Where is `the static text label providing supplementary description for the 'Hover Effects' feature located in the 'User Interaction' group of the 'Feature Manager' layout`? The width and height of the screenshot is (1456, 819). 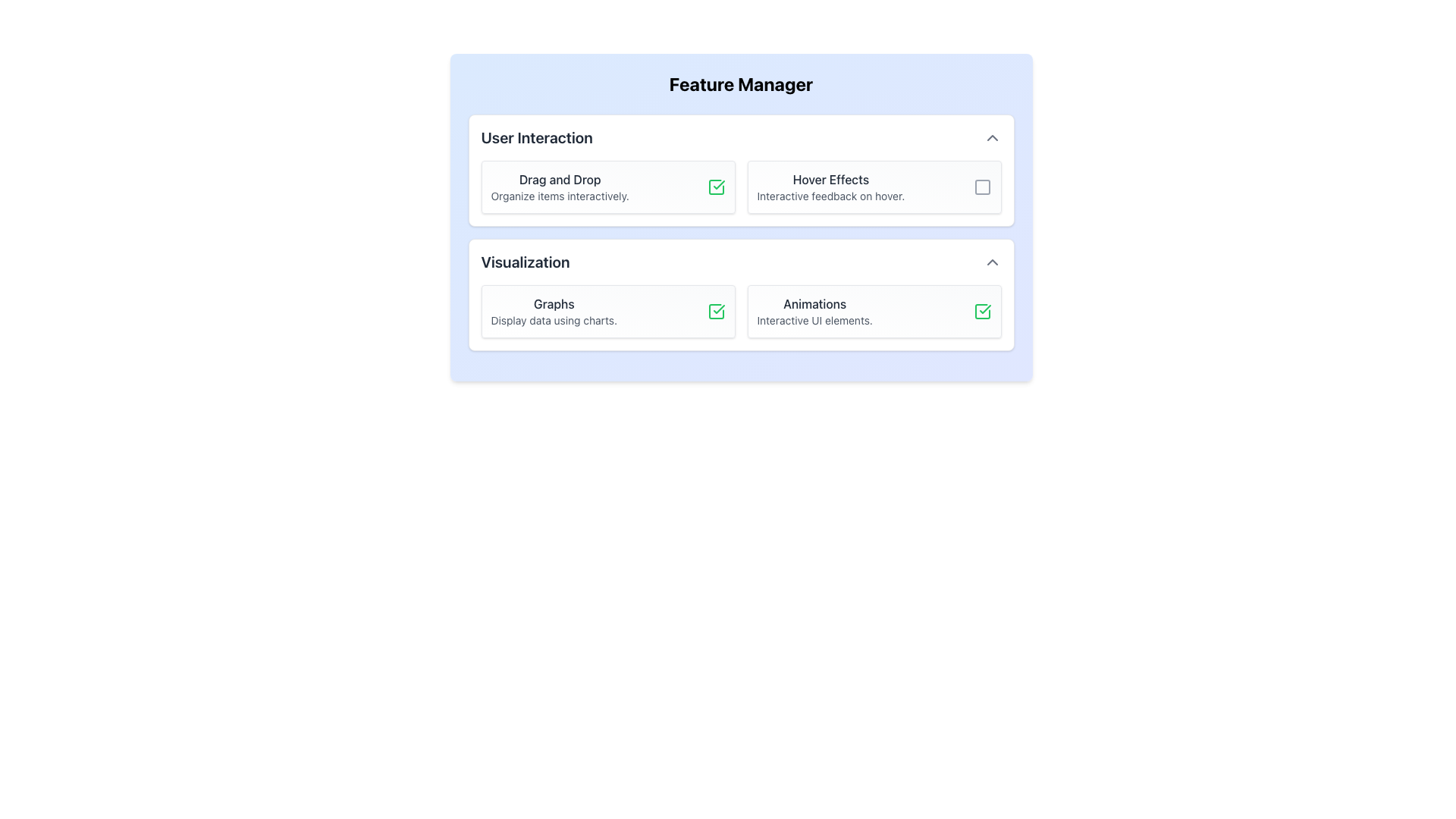
the static text label providing supplementary description for the 'Hover Effects' feature located in the 'User Interaction' group of the 'Feature Manager' layout is located at coordinates (830, 195).